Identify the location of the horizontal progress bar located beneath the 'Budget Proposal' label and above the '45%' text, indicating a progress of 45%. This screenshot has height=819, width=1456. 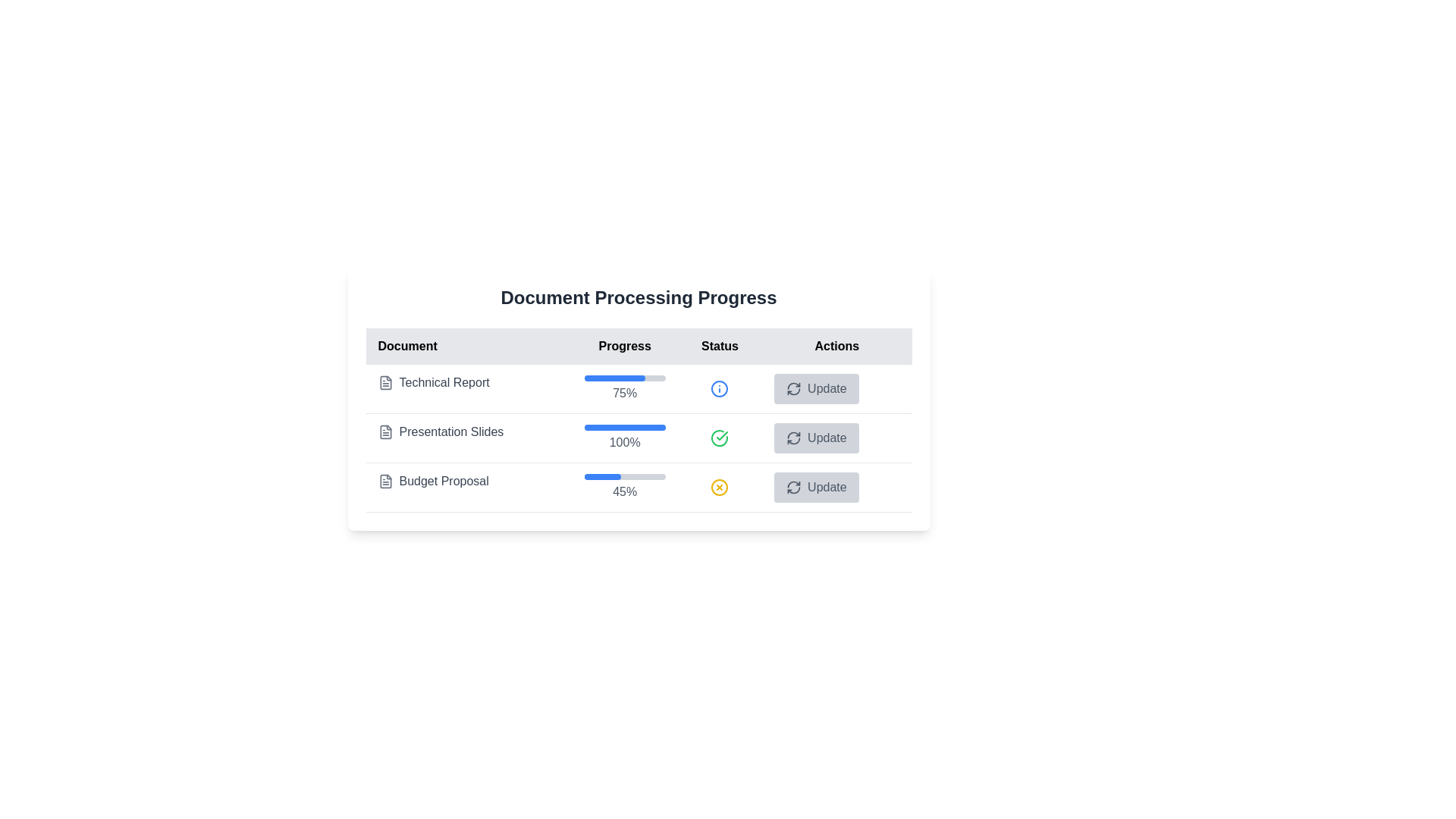
(625, 475).